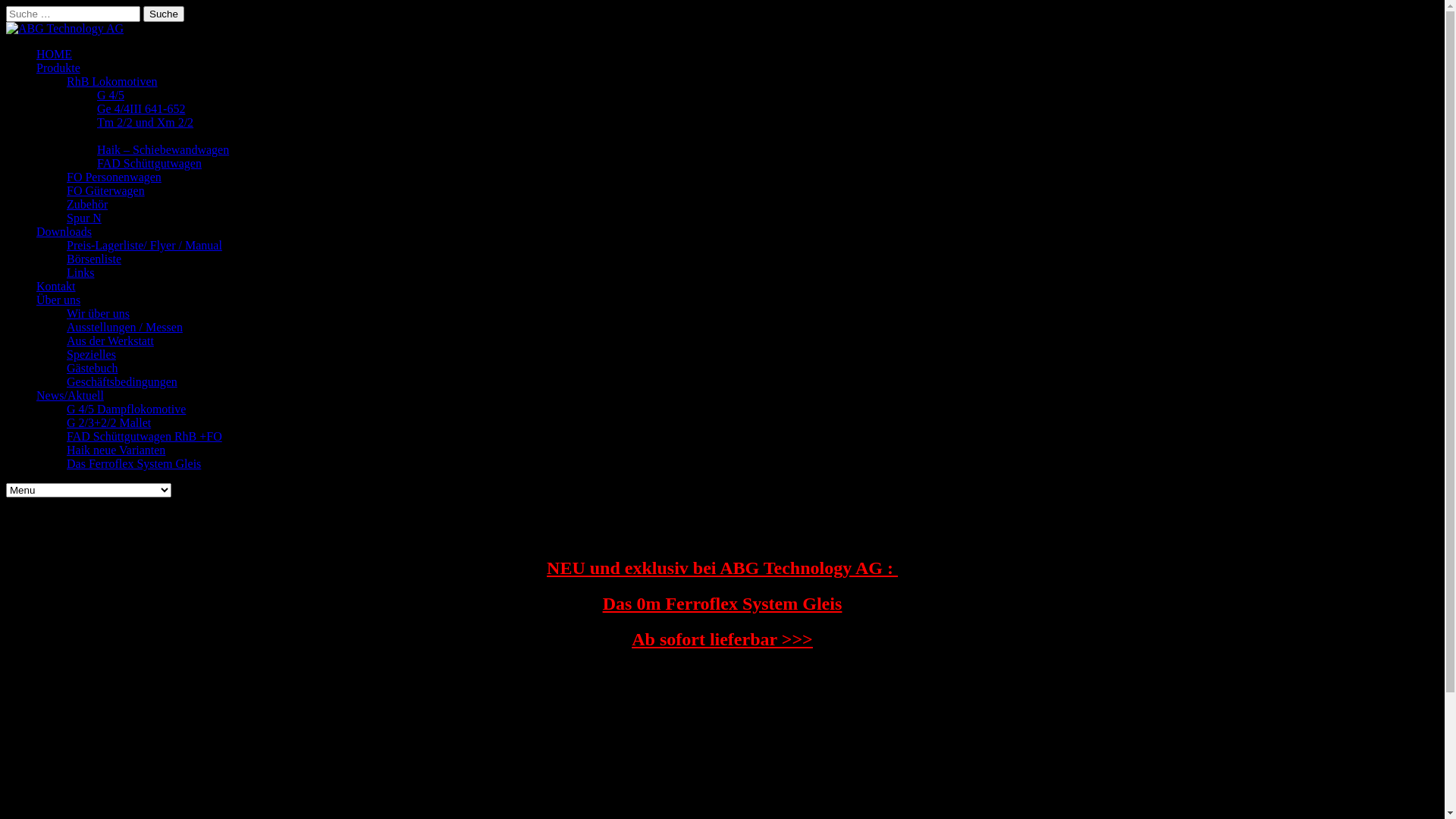 The width and height of the screenshot is (1456, 819). Describe the element at coordinates (721, 602) in the screenshot. I see `'Das 0m Ferroflex System Gleis'` at that location.